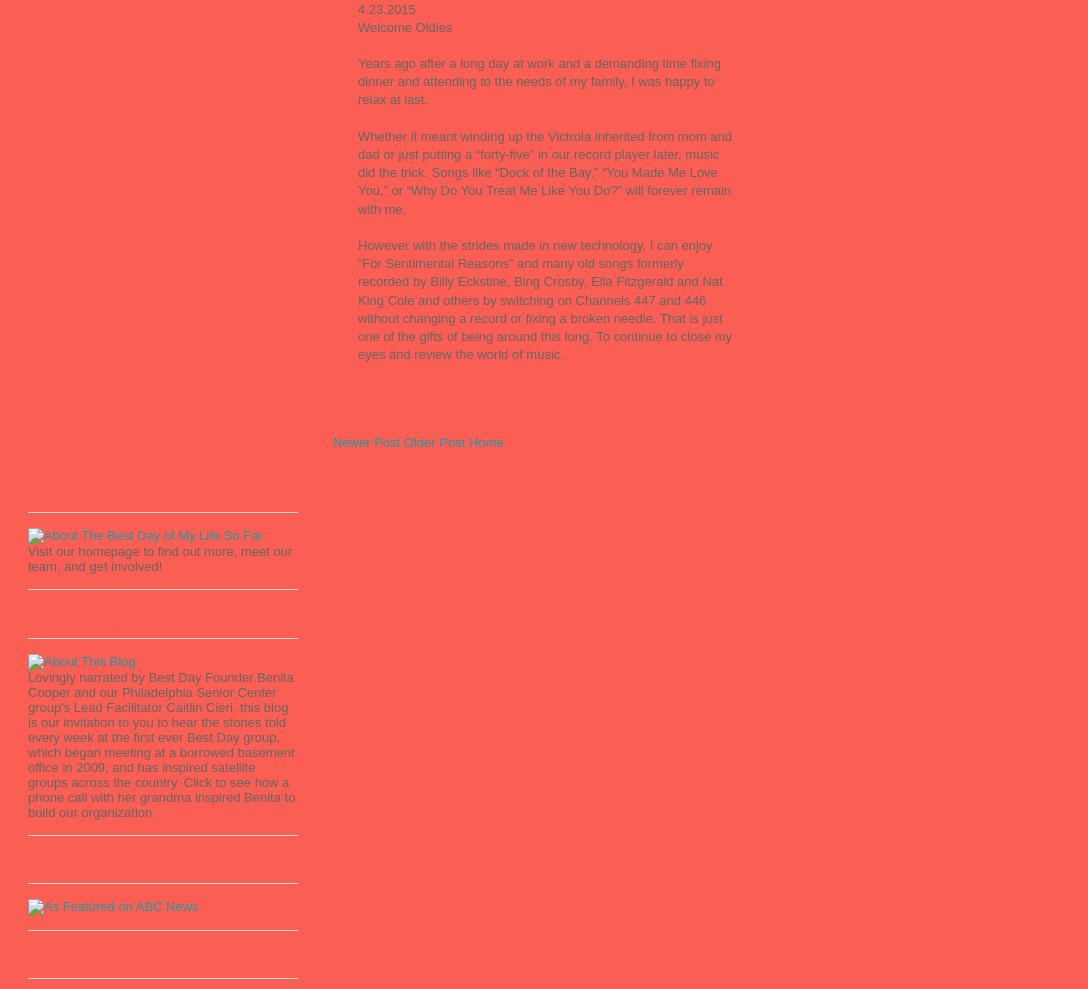 This screenshot has height=989, width=1088. What do you see at coordinates (159, 557) in the screenshot?
I see `'Visit our homepage to find out more, meet our team, and get involved!'` at bounding box center [159, 557].